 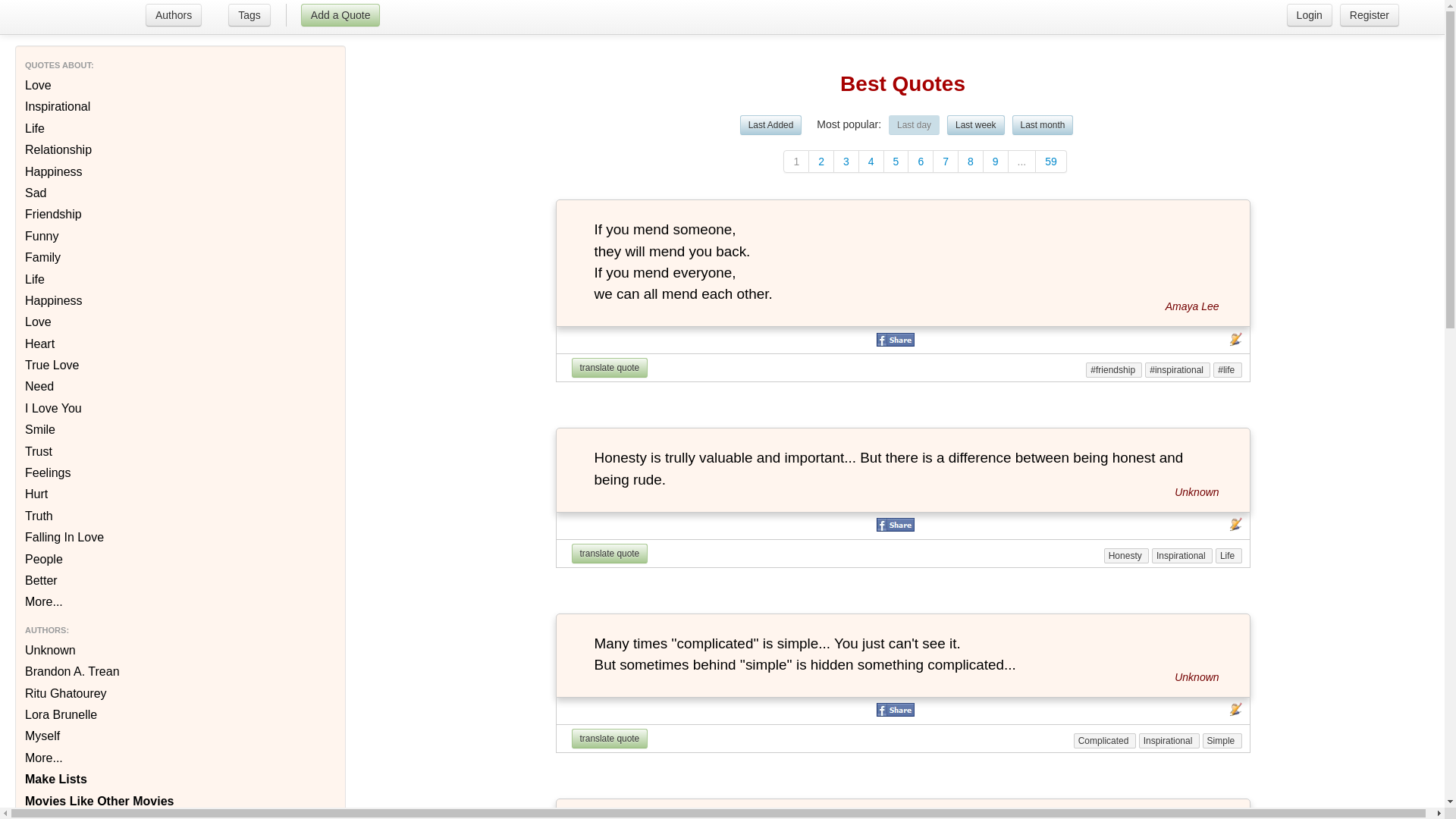 I want to click on '4', so click(x=871, y=161).